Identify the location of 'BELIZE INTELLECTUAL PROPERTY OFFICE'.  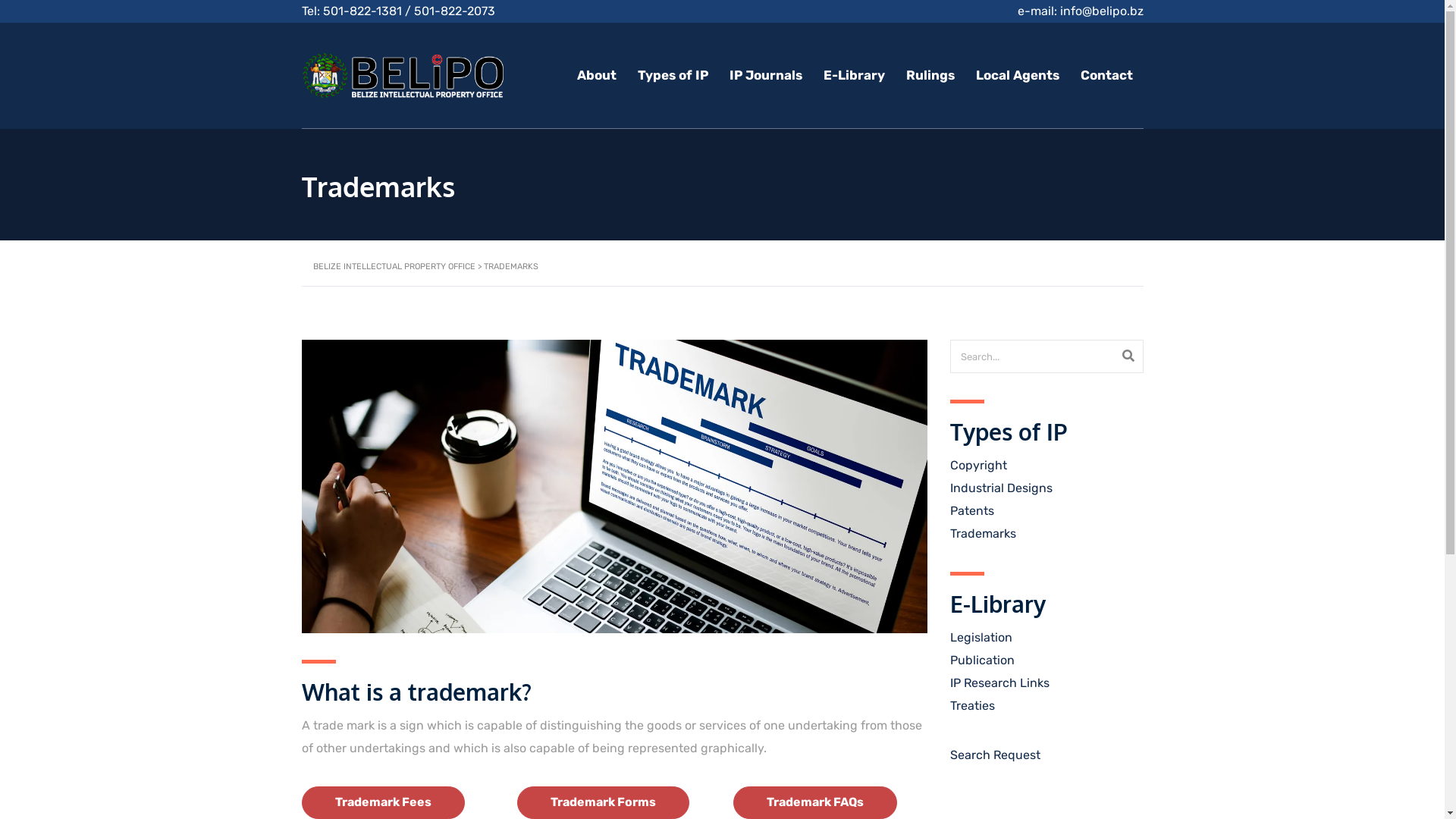
(312, 265).